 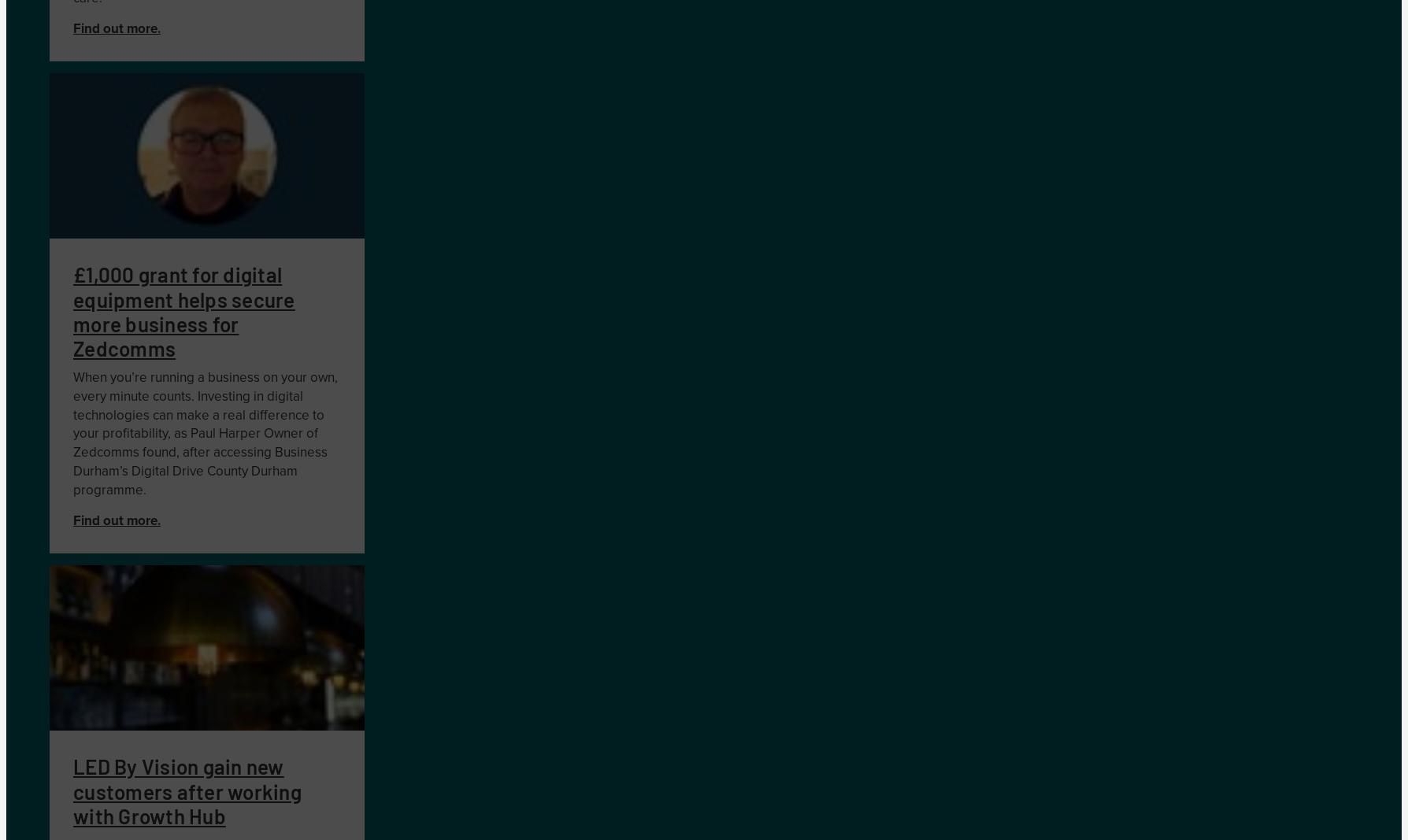 I want to click on 'omms found', so click(x=139, y=452).